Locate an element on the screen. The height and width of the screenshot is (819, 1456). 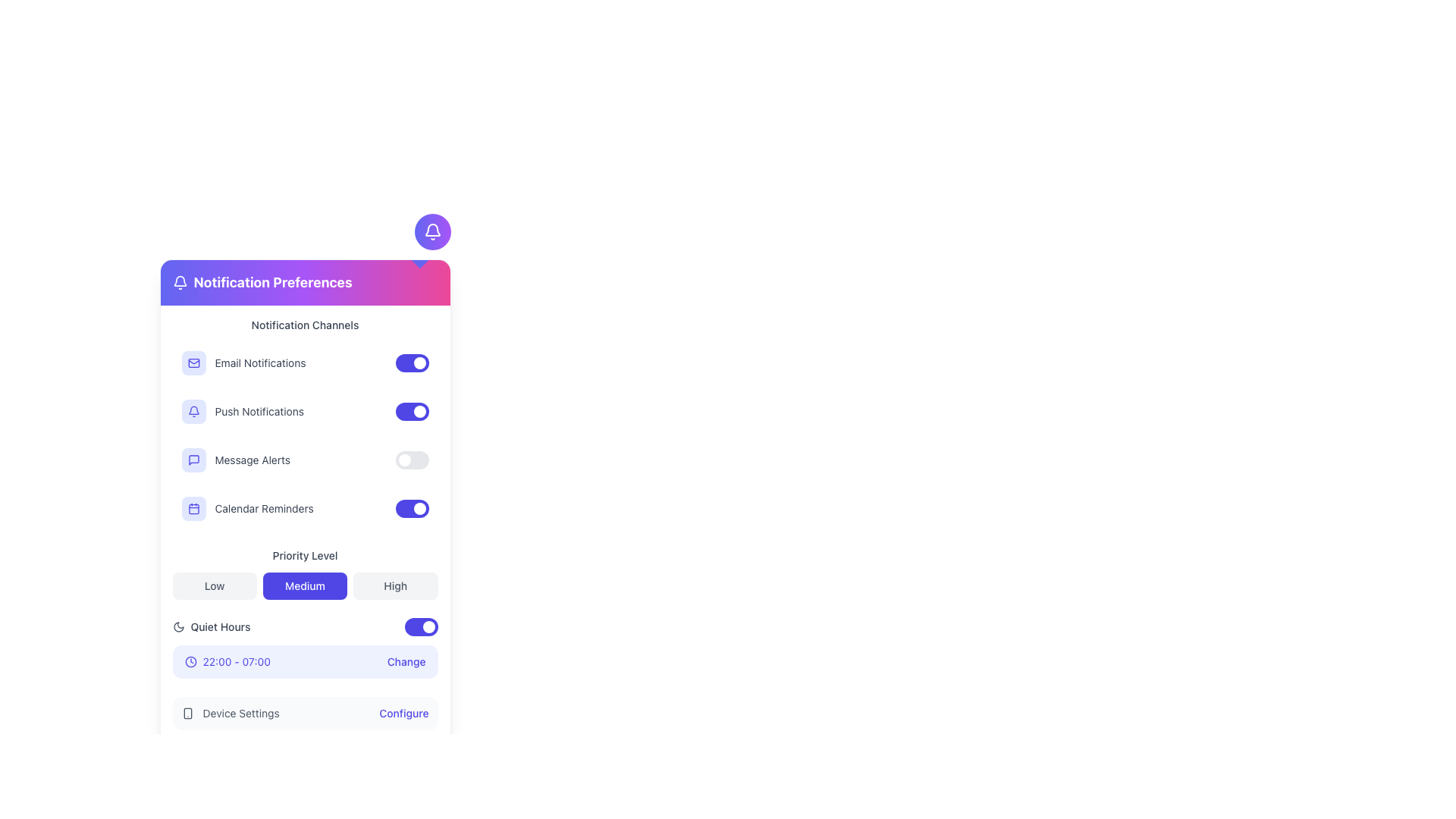
the Toggleable list item labeled 'Message Alerts' in the 'Notification Channels' section, which is the third interactive row is located at coordinates (304, 459).